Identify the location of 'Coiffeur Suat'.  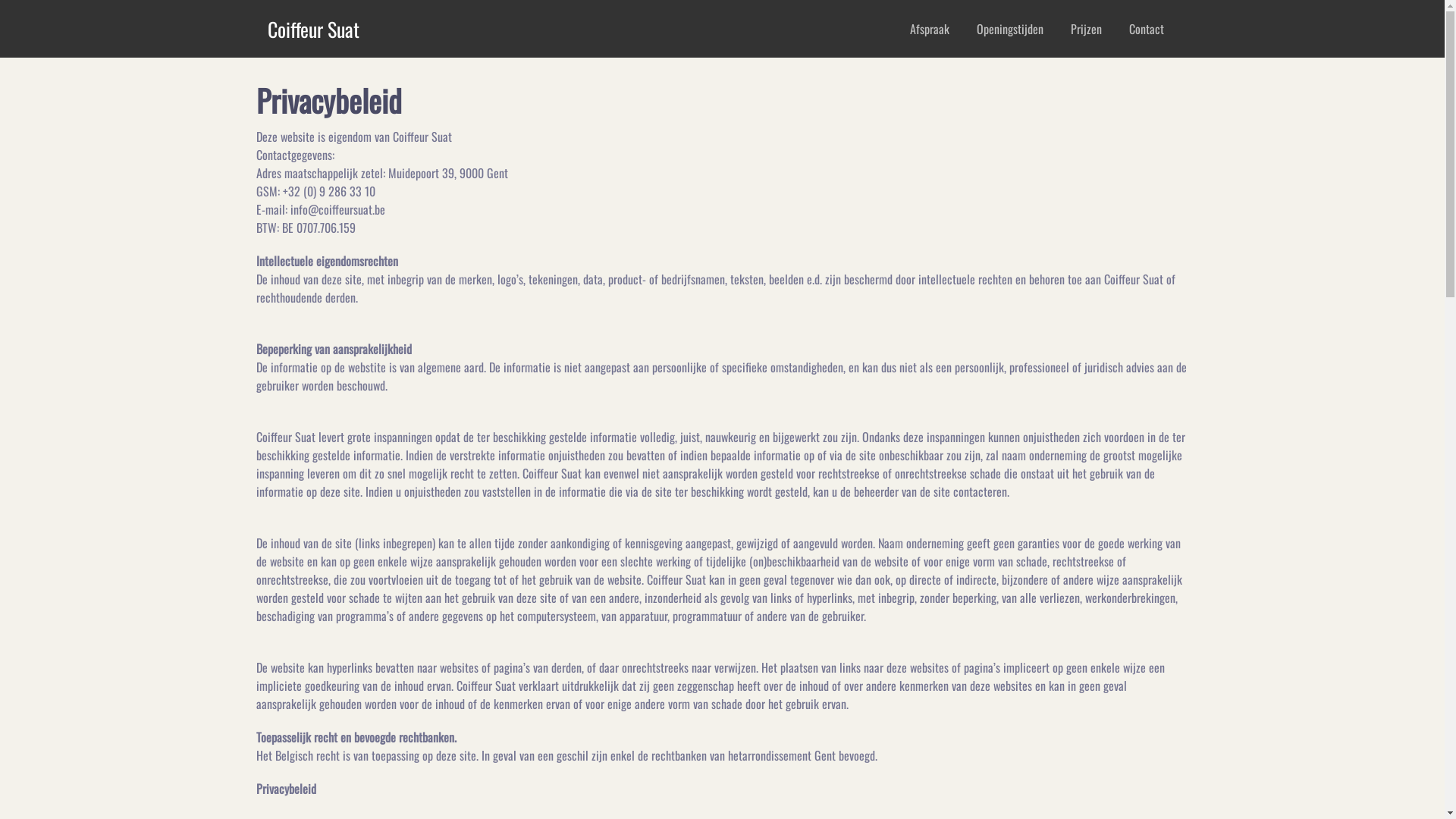
(312, 28).